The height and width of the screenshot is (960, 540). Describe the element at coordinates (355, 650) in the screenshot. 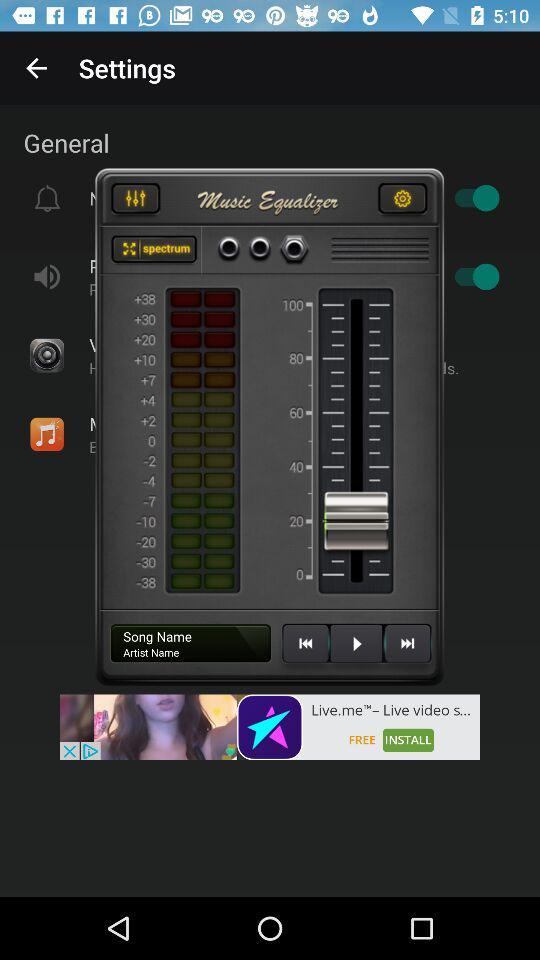

I see `song` at that location.